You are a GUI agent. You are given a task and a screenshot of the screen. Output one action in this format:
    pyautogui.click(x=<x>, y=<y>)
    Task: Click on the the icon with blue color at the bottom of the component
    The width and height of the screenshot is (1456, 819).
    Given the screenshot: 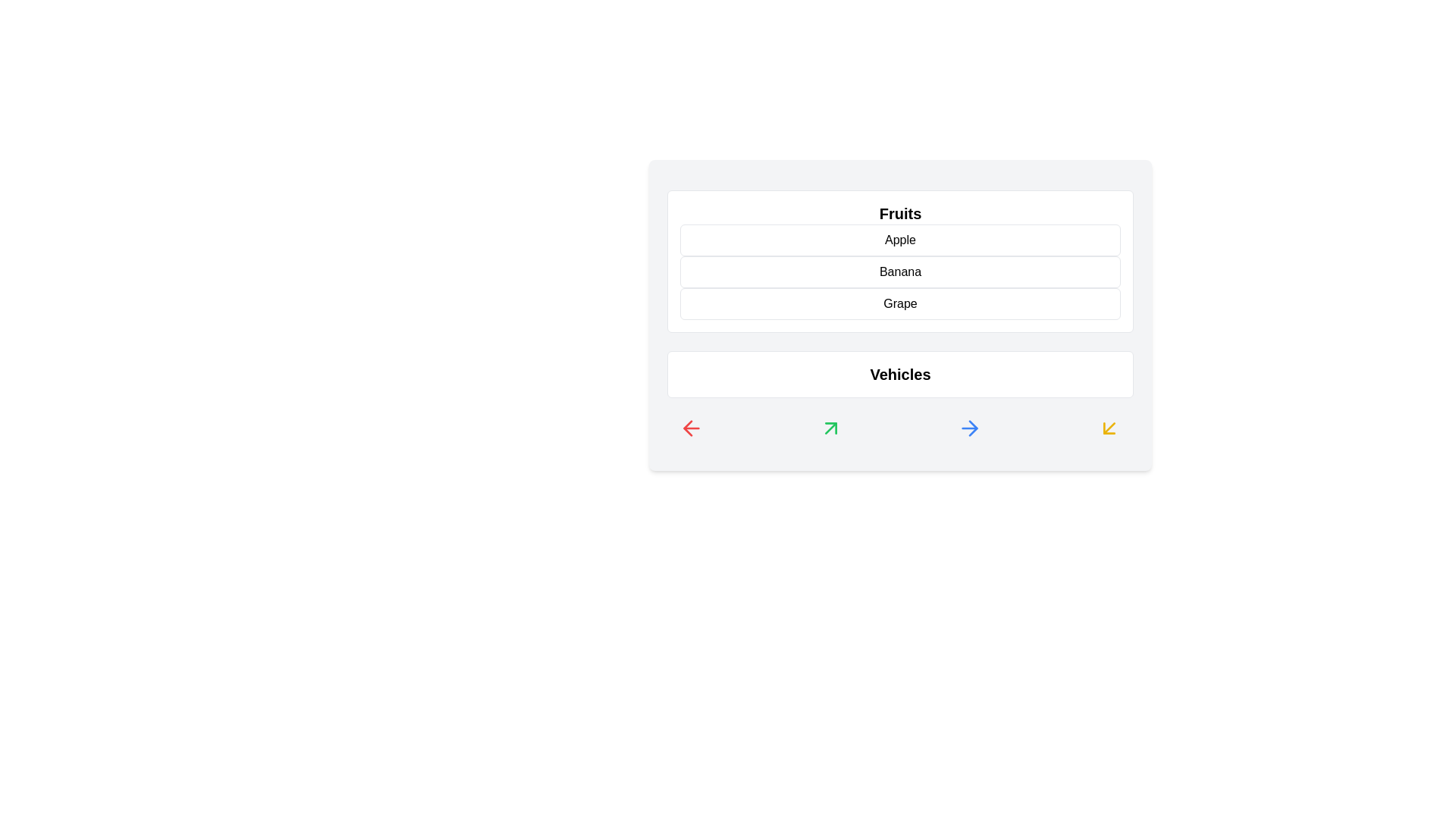 What is the action you would take?
    pyautogui.click(x=969, y=428)
    